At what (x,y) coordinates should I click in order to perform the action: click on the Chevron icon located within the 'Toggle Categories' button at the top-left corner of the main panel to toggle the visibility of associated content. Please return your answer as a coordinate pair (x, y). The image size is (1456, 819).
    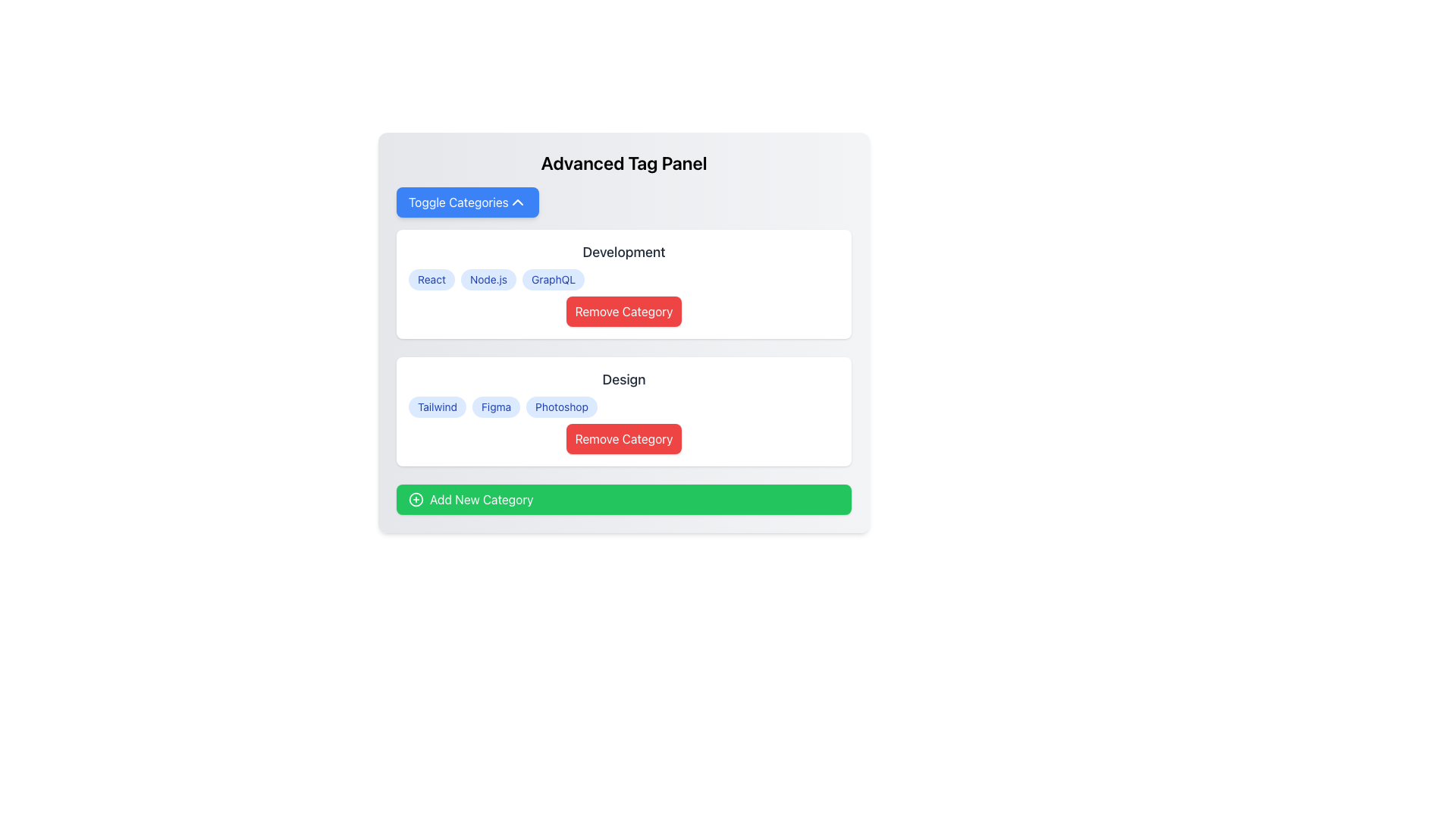
    Looking at the image, I should click on (517, 201).